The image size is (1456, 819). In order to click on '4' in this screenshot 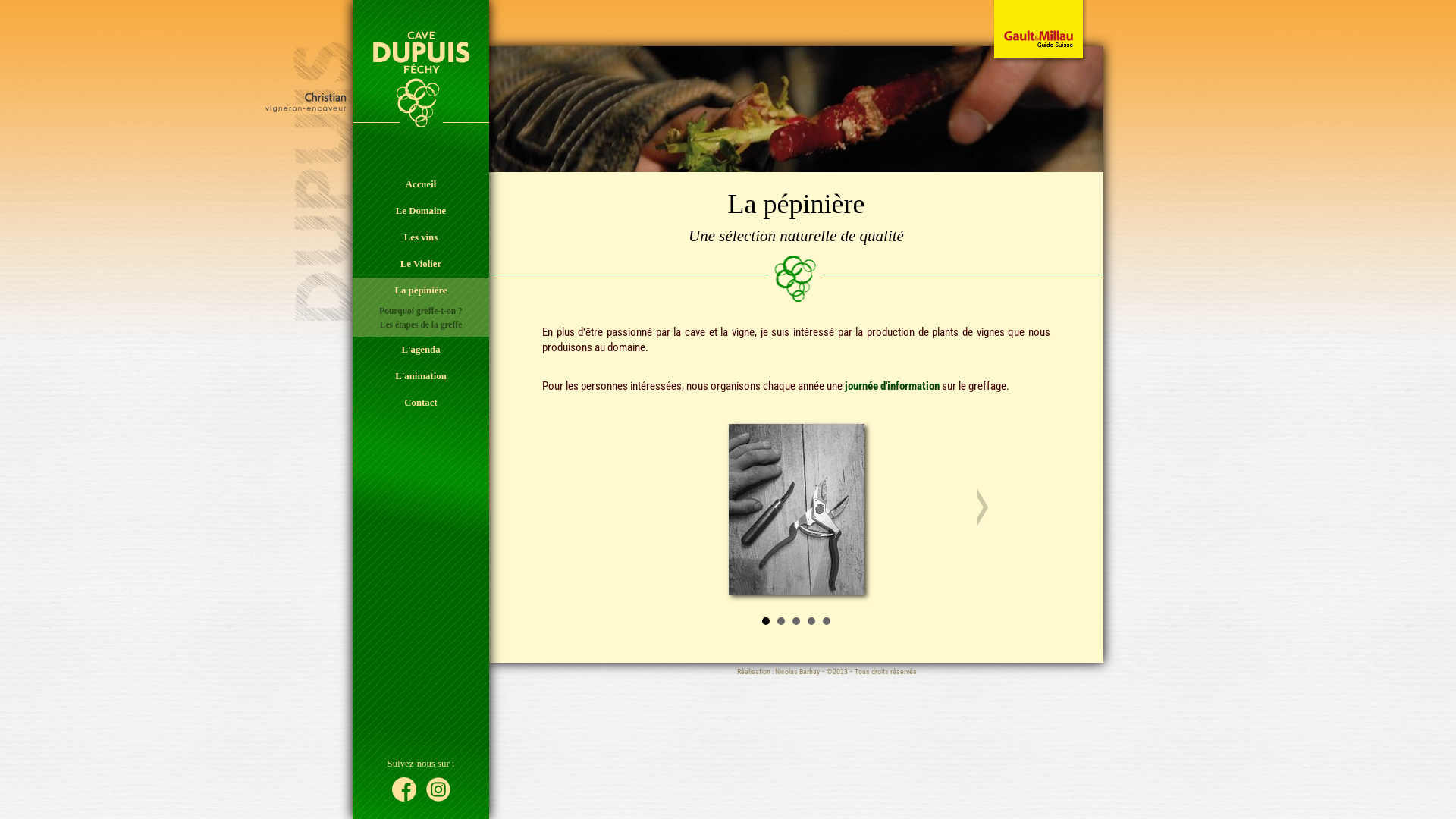, I will do `click(811, 620)`.